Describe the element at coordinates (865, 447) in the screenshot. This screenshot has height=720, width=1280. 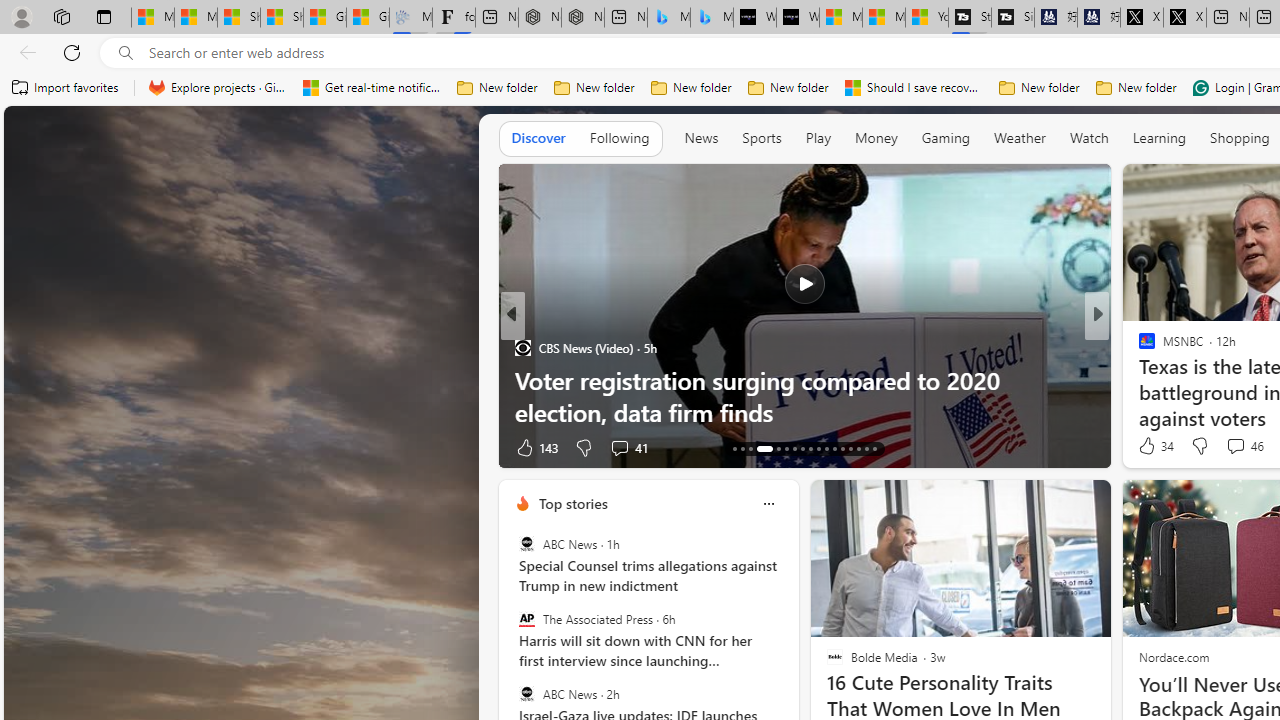
I see `'AutomationID: tab-41'` at that location.